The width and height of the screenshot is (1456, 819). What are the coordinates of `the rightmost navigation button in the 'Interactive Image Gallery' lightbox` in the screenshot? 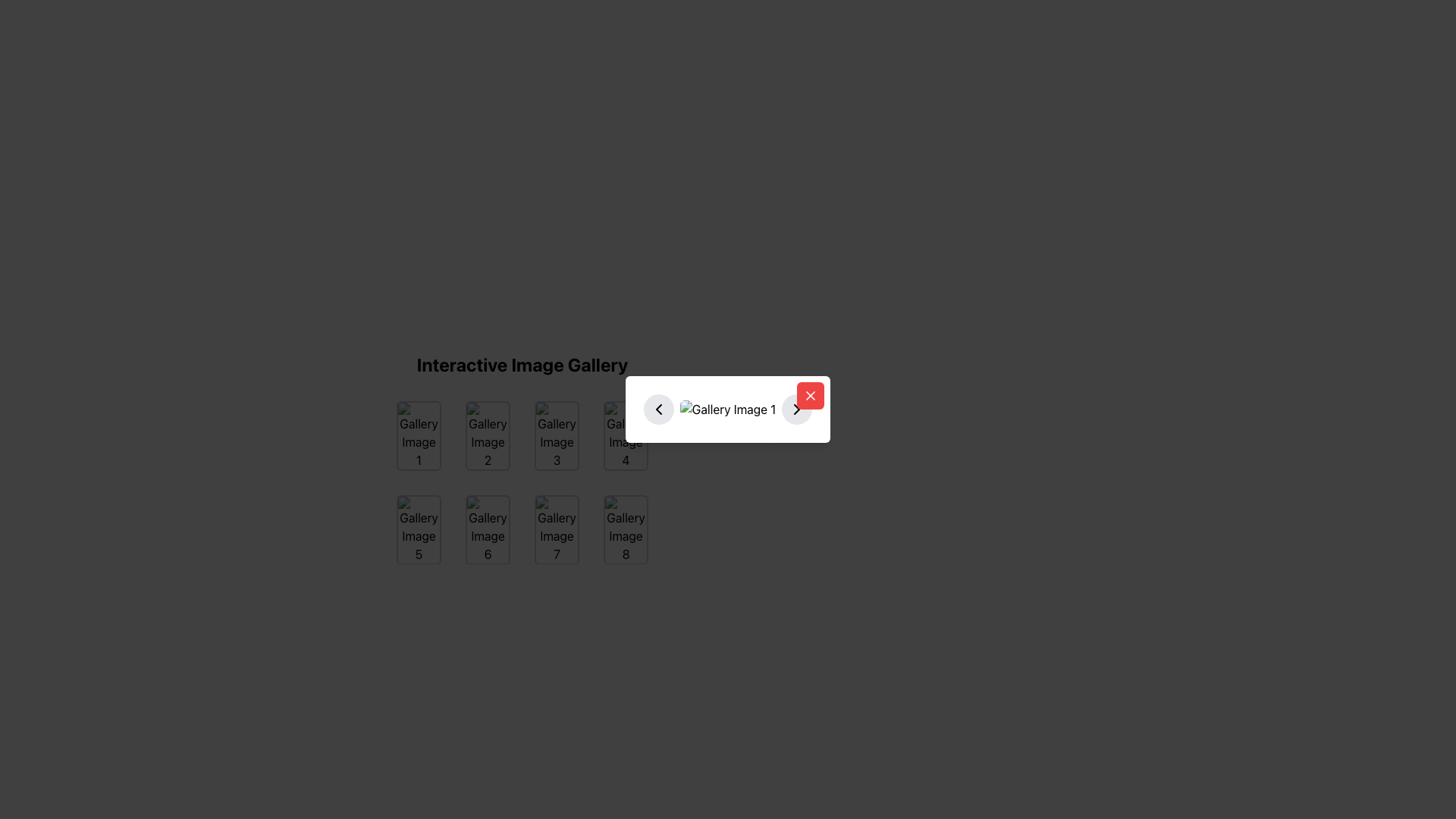 It's located at (796, 409).